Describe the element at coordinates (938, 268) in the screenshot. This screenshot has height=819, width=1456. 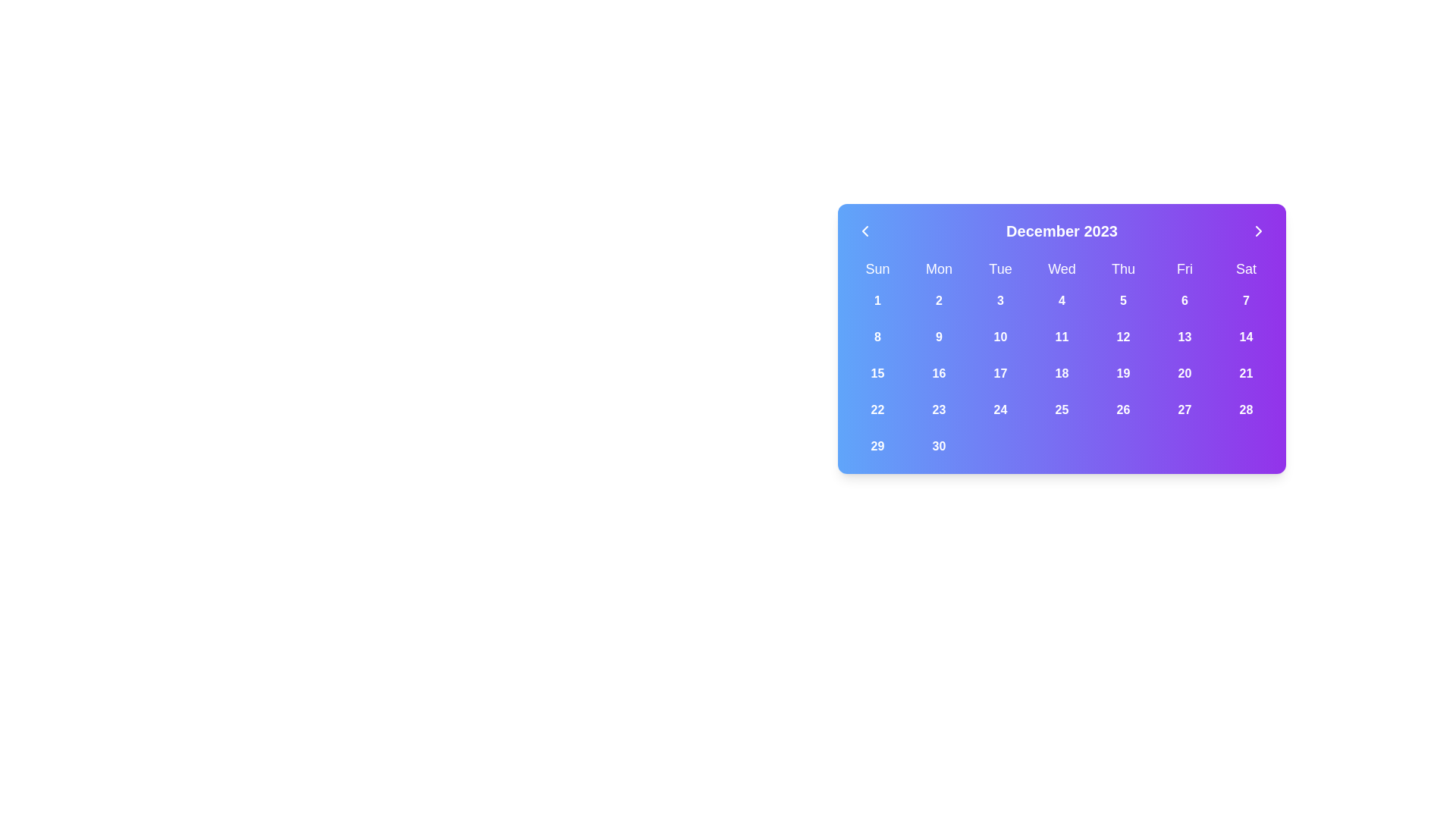
I see `the static label indicating 'Monday' in the calendar interface, which is the second weekday label in the horizontal list` at that location.